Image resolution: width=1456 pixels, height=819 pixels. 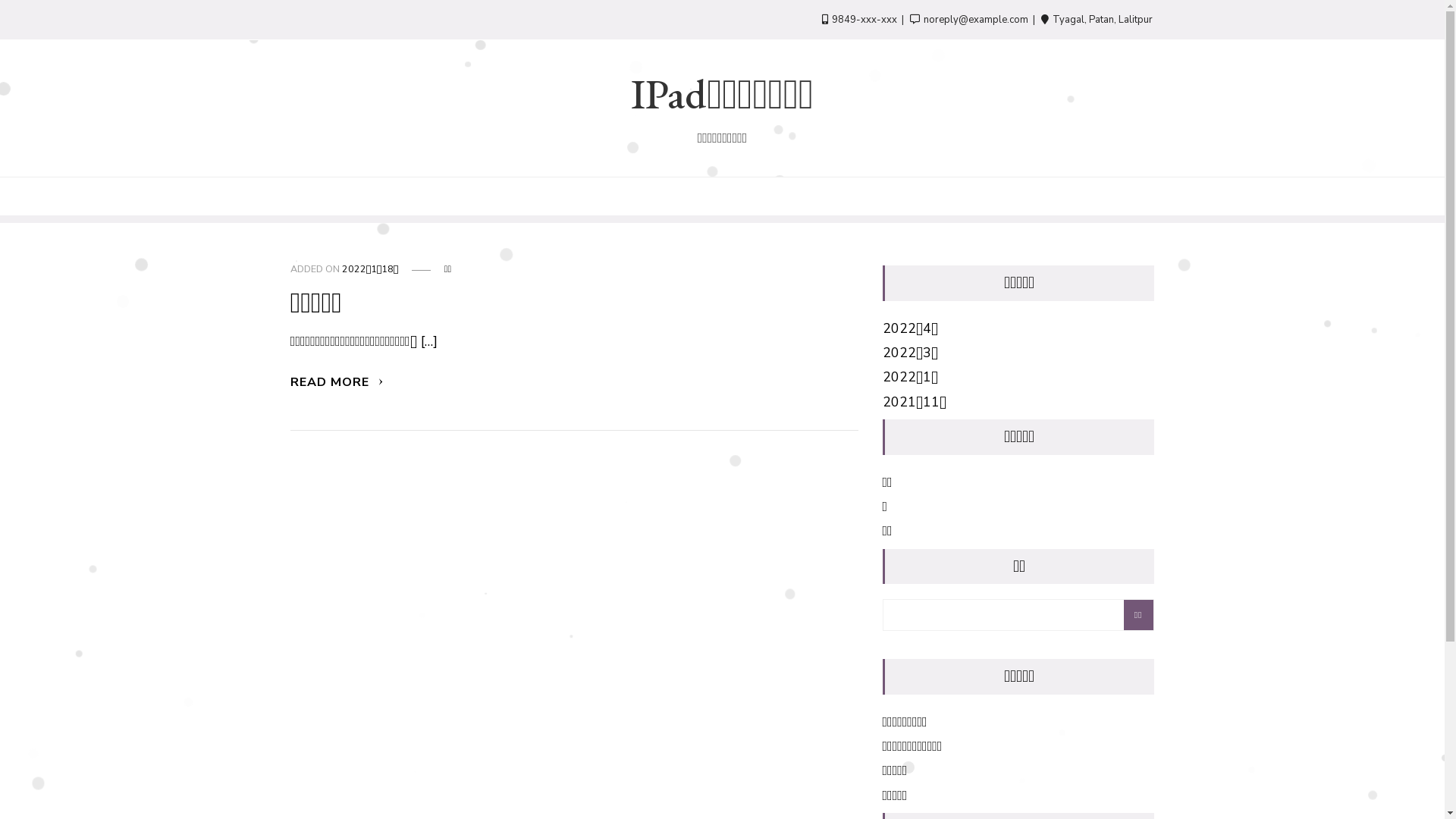 I want to click on 'READ MORE', so click(x=337, y=381).